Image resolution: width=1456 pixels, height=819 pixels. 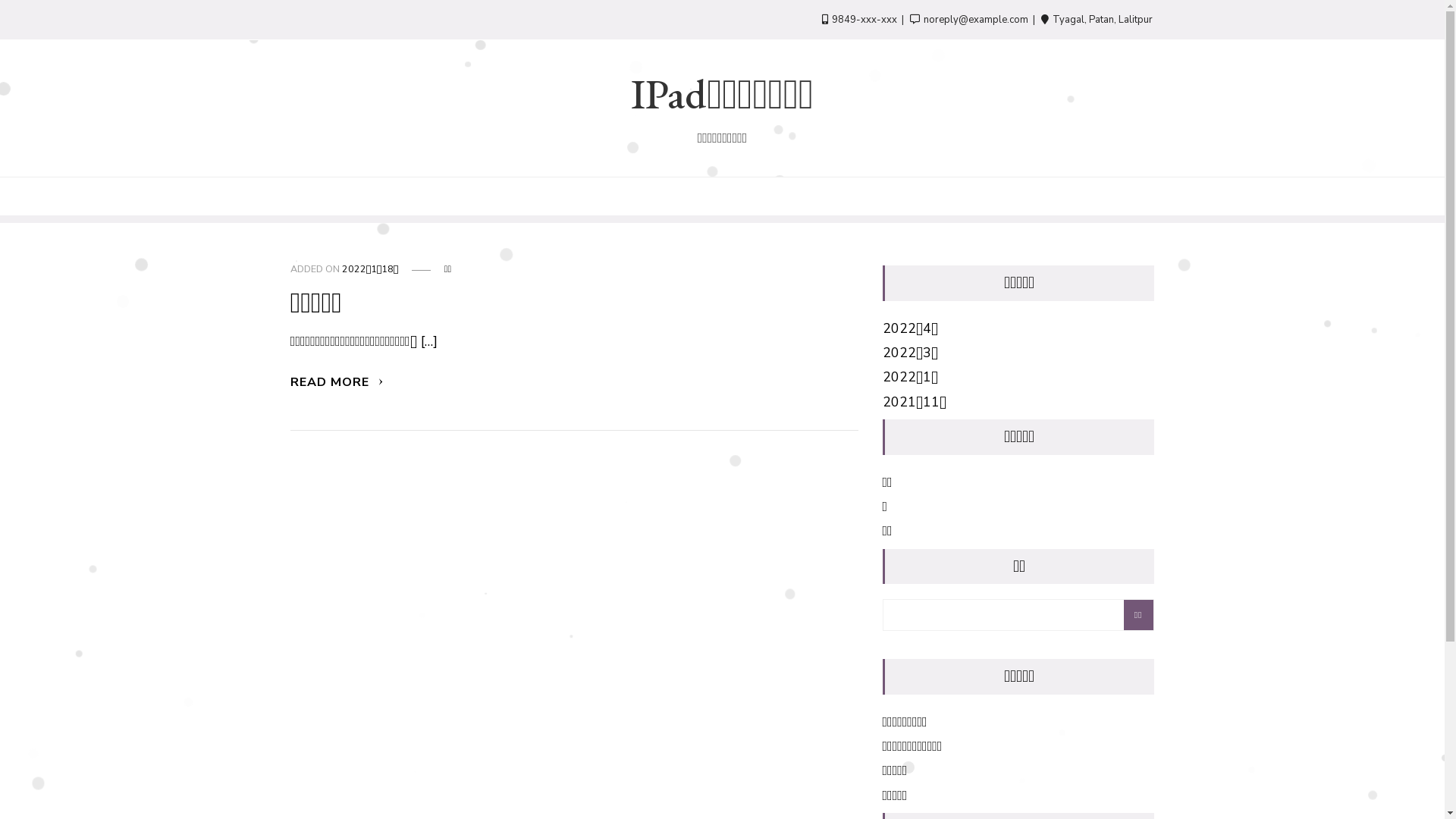 I want to click on 'READ MORE', so click(x=337, y=381).